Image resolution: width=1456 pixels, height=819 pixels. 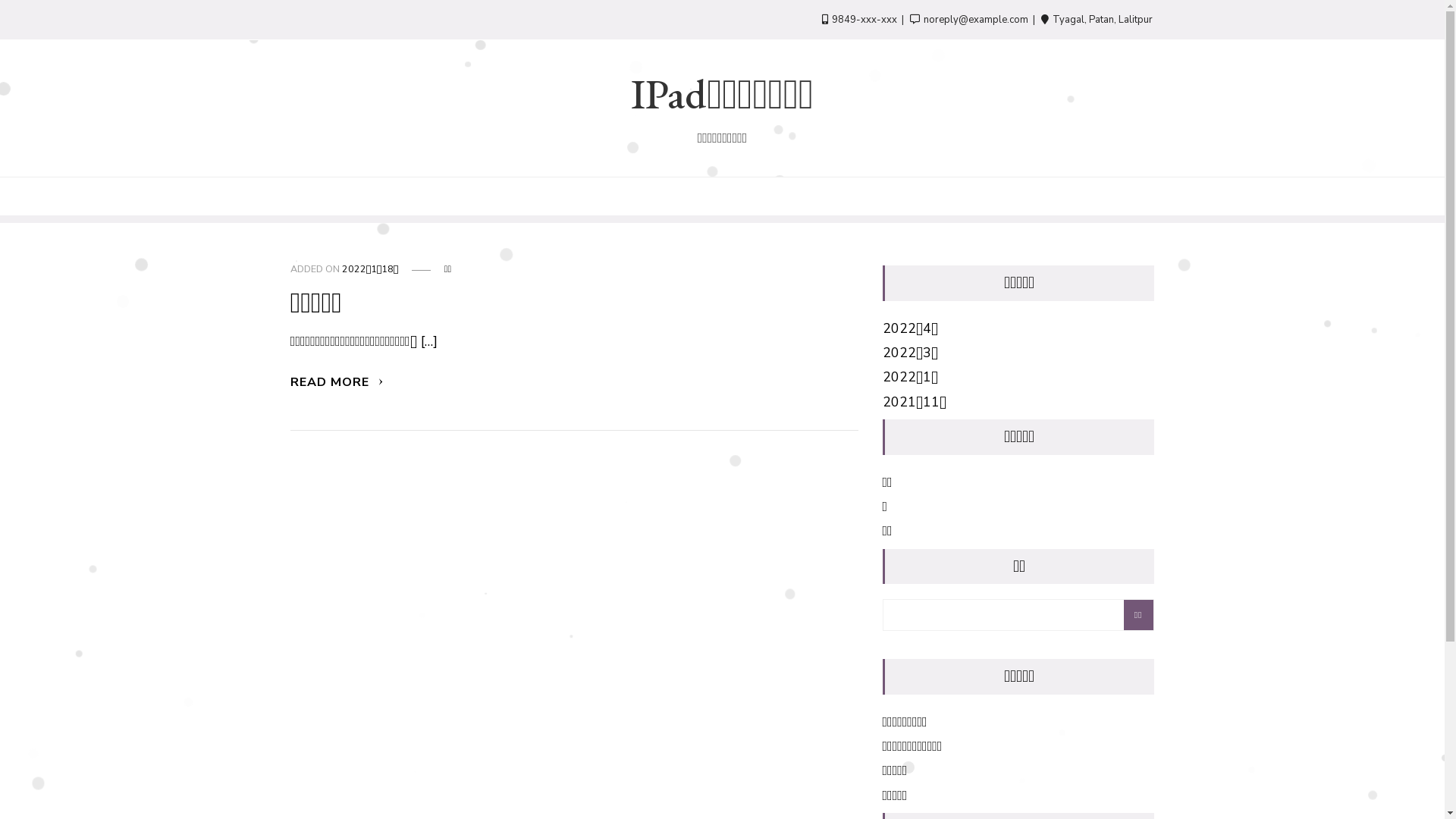 I want to click on 'READ MORE', so click(x=337, y=381).